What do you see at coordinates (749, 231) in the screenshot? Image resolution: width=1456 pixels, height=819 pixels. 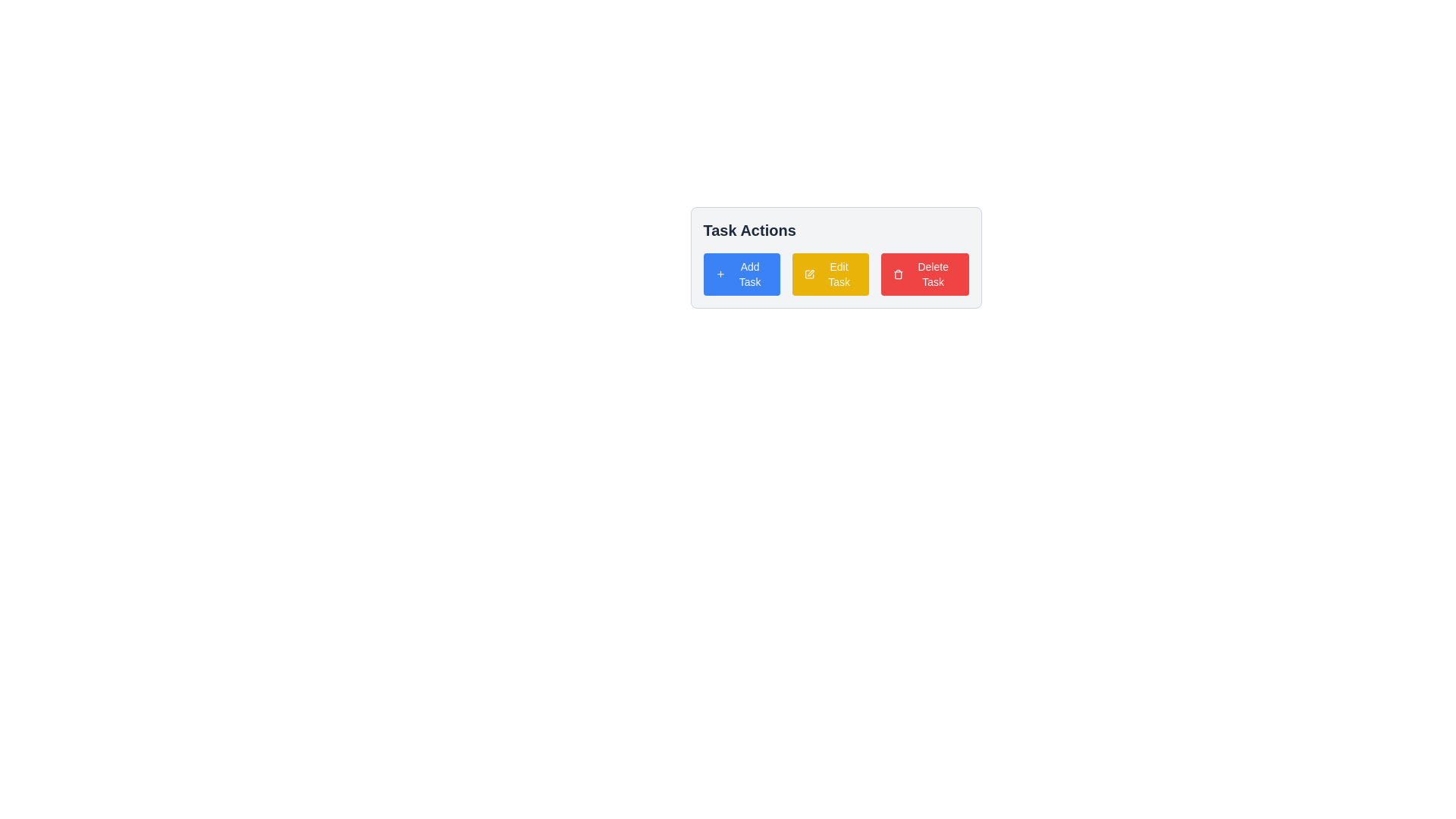 I see `text from the Label or Heading that indicates the purpose of the group of related actions for 'Add Task', 'Edit Task', and 'Delete Task'` at bounding box center [749, 231].